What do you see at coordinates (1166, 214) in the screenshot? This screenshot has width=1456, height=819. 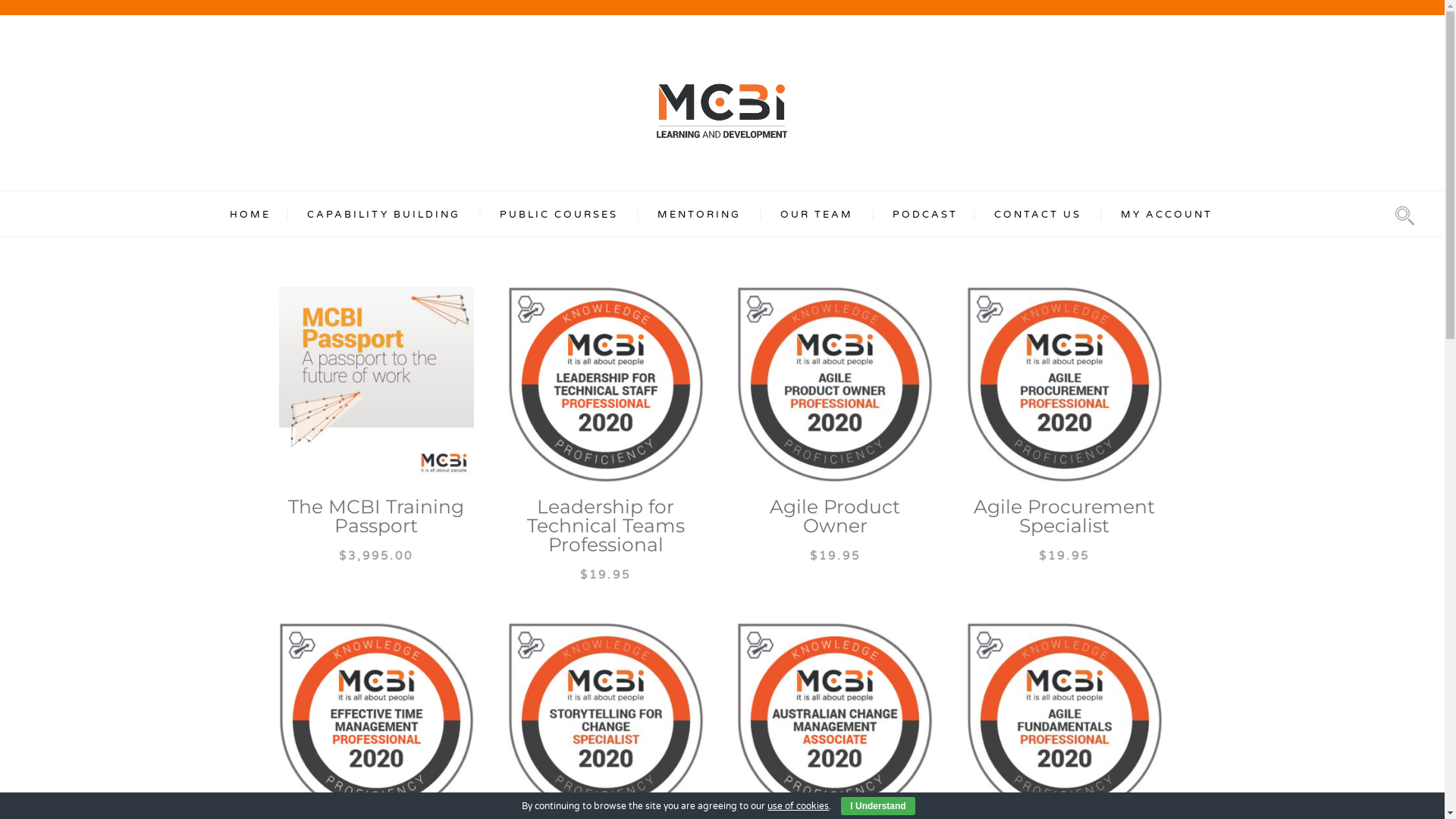 I see `'MY ACCOUNT'` at bounding box center [1166, 214].